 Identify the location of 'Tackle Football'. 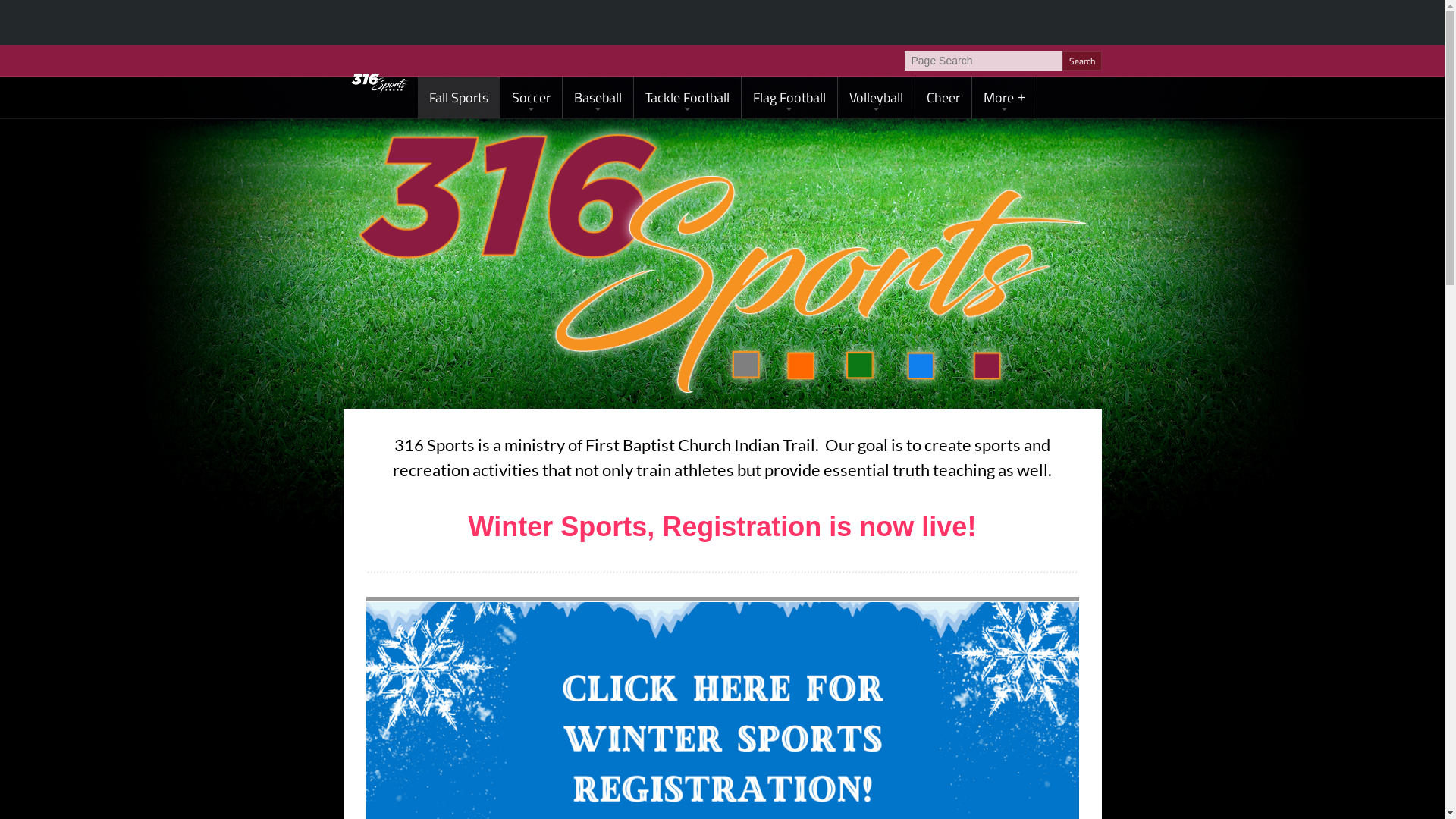
(633, 97).